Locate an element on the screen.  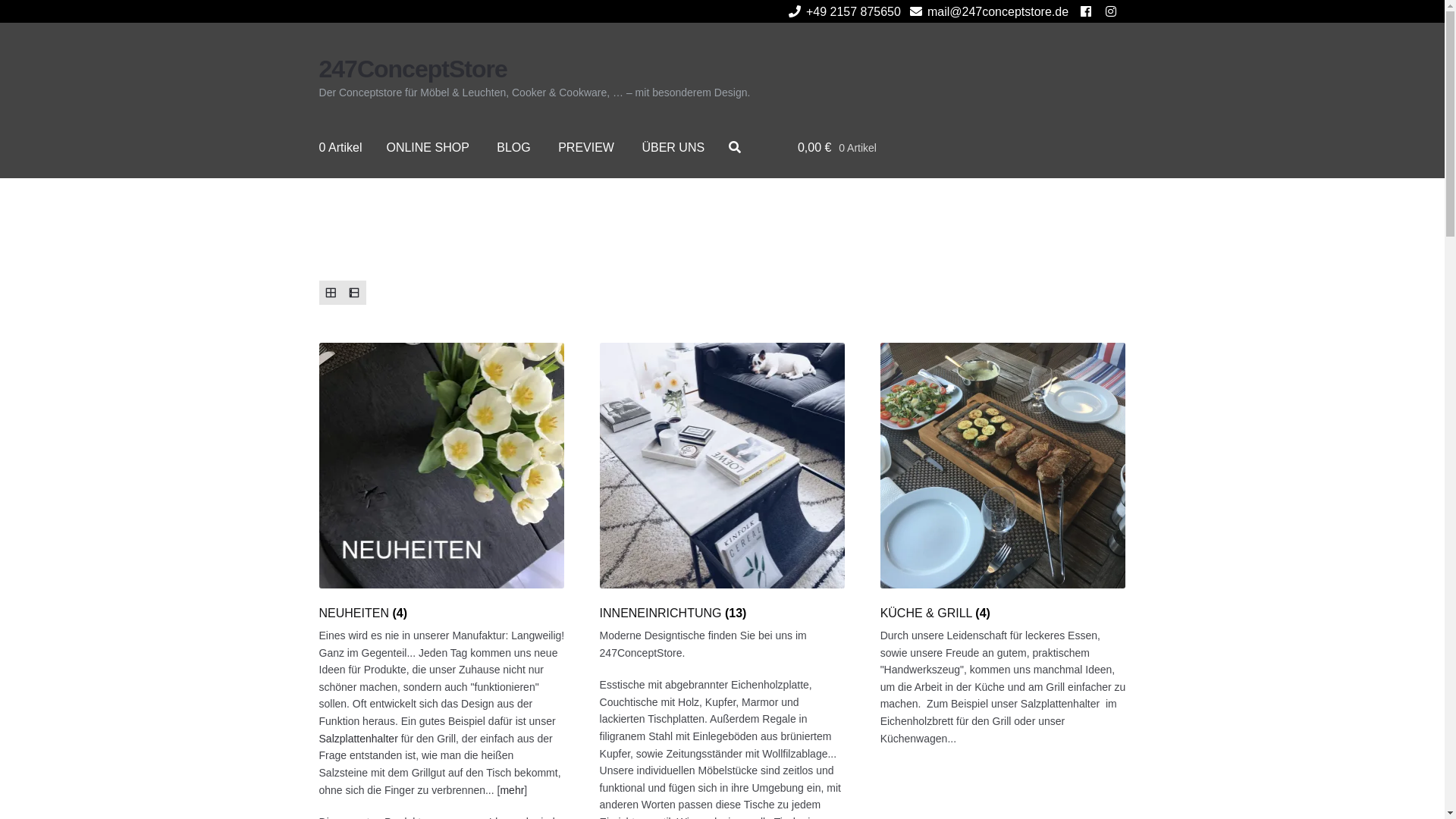
'mehr' is located at coordinates (512, 789).